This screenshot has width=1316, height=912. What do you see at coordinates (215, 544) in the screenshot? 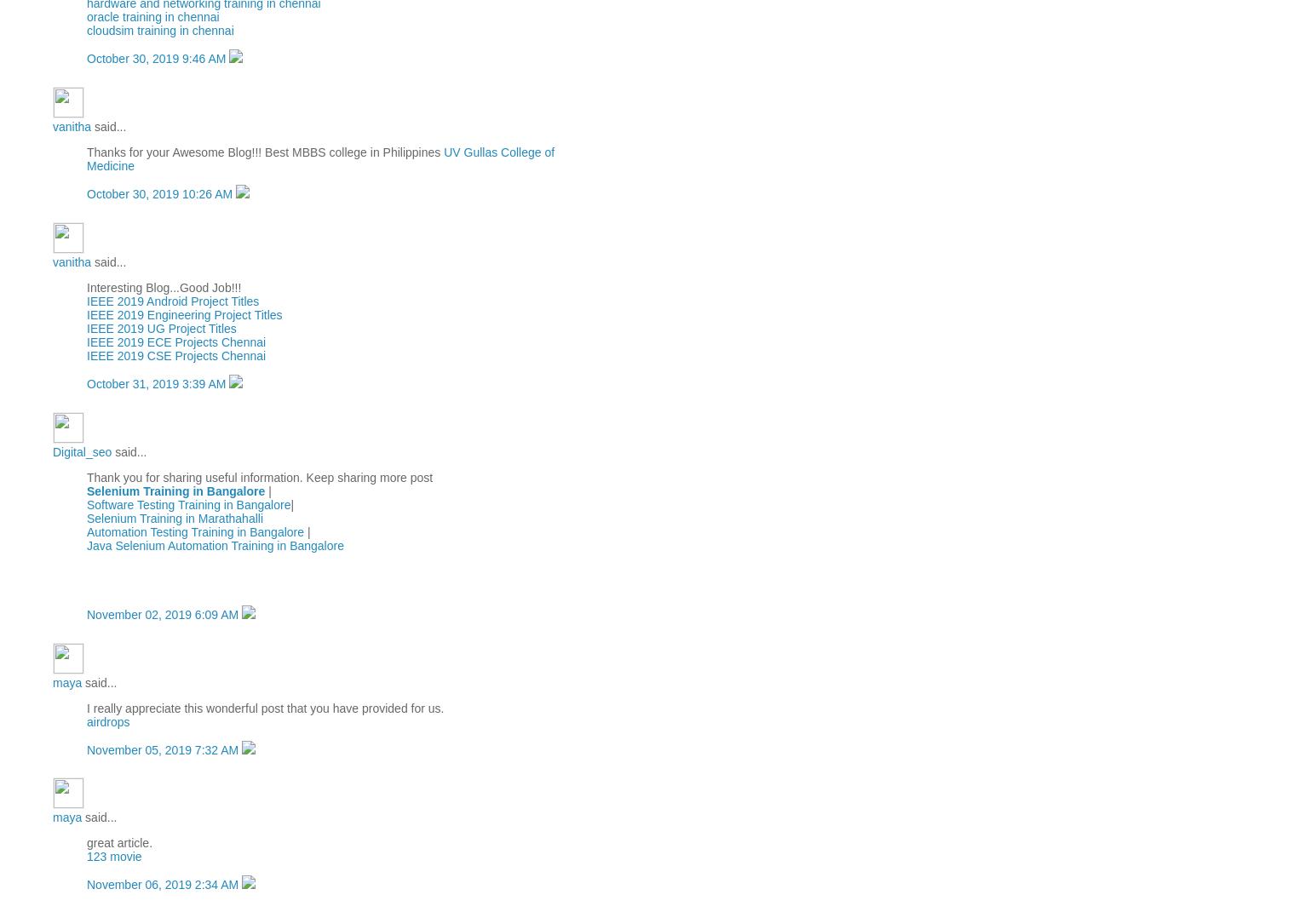
I see `'Java Selenium Automation Training in Bangalore'` at bounding box center [215, 544].